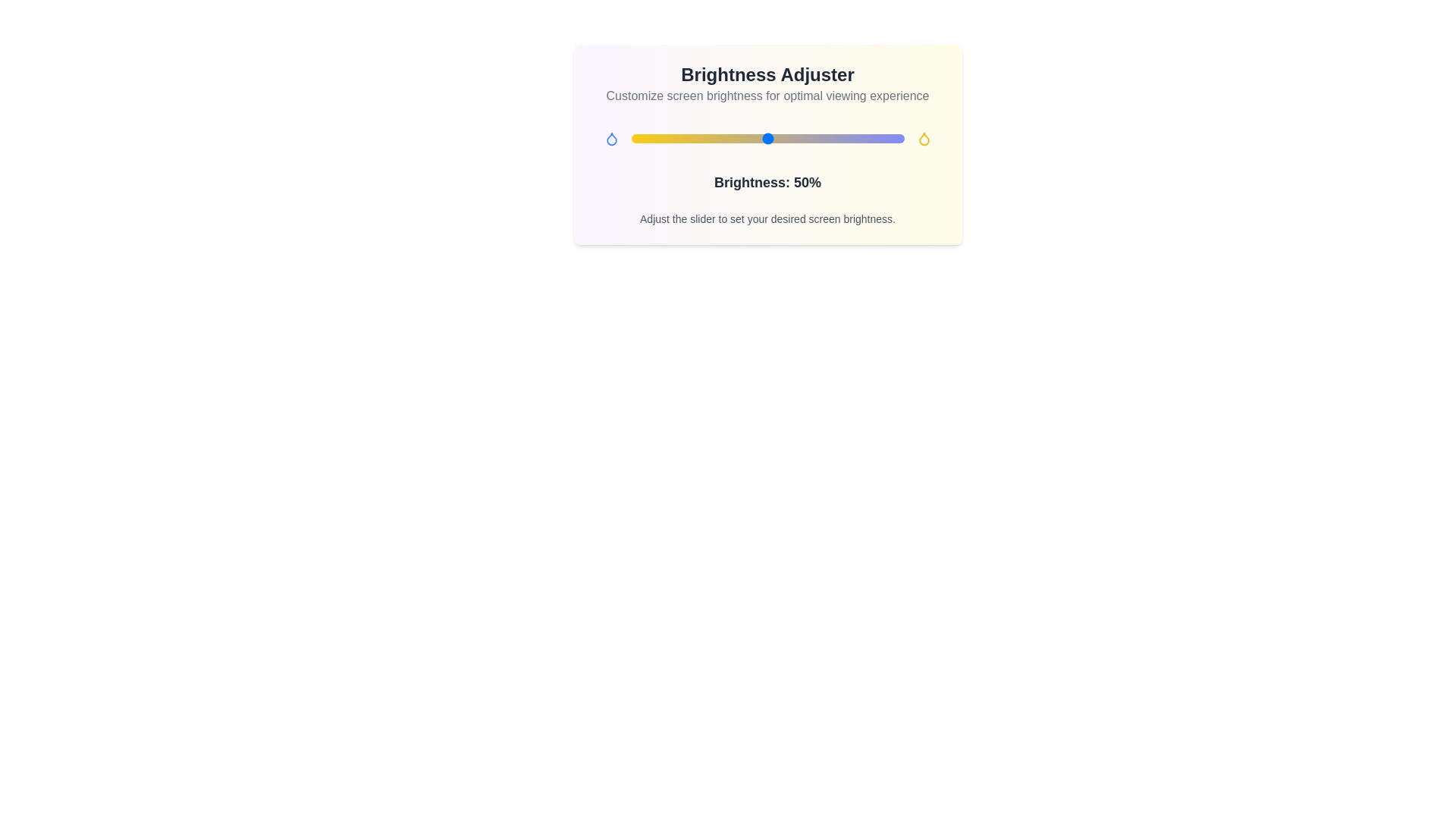  What do you see at coordinates (767, 138) in the screenshot?
I see `the brightness slider to 50%` at bounding box center [767, 138].